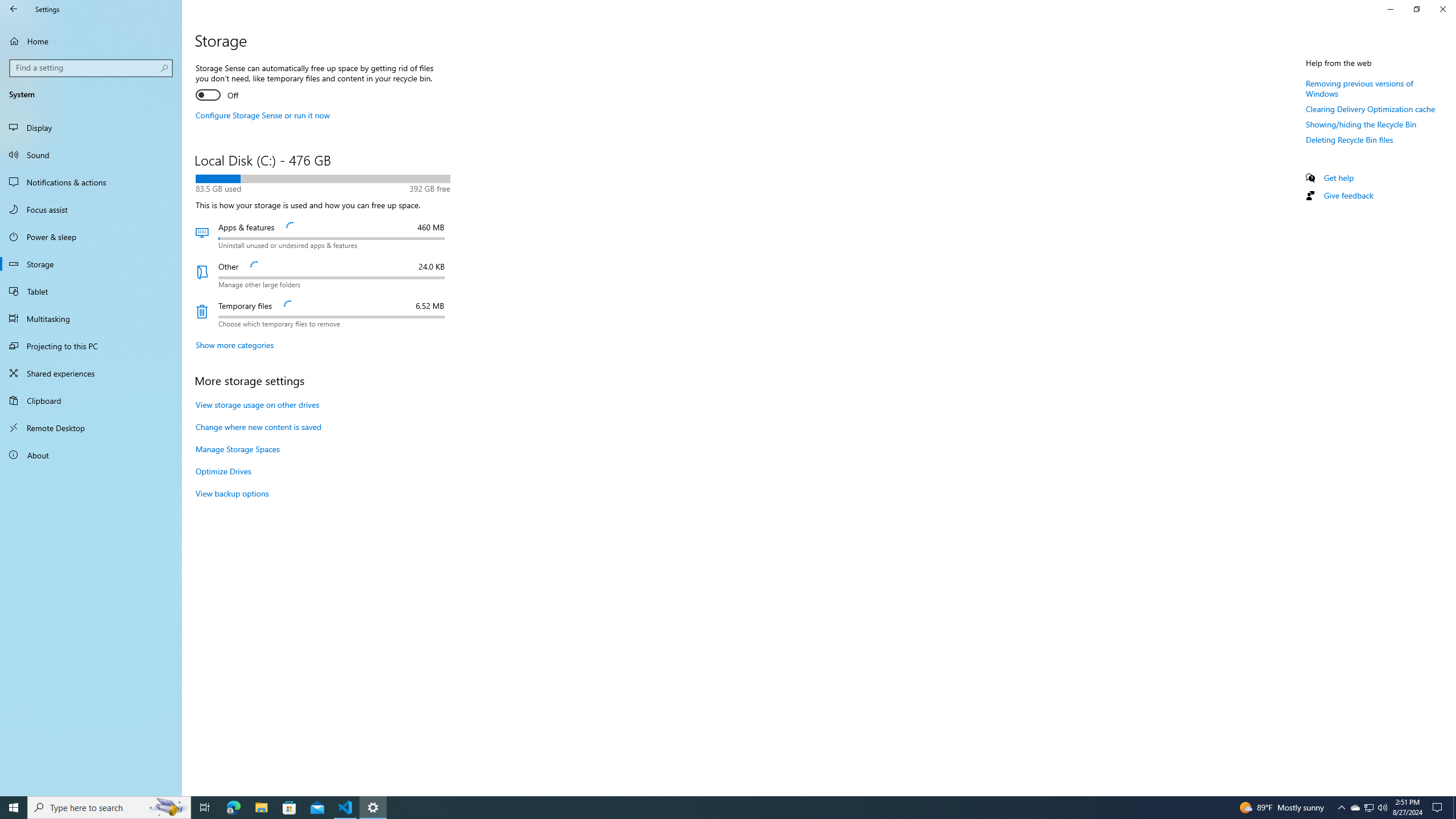 The height and width of the screenshot is (819, 1456). I want to click on 'Multitasking', so click(90, 318).